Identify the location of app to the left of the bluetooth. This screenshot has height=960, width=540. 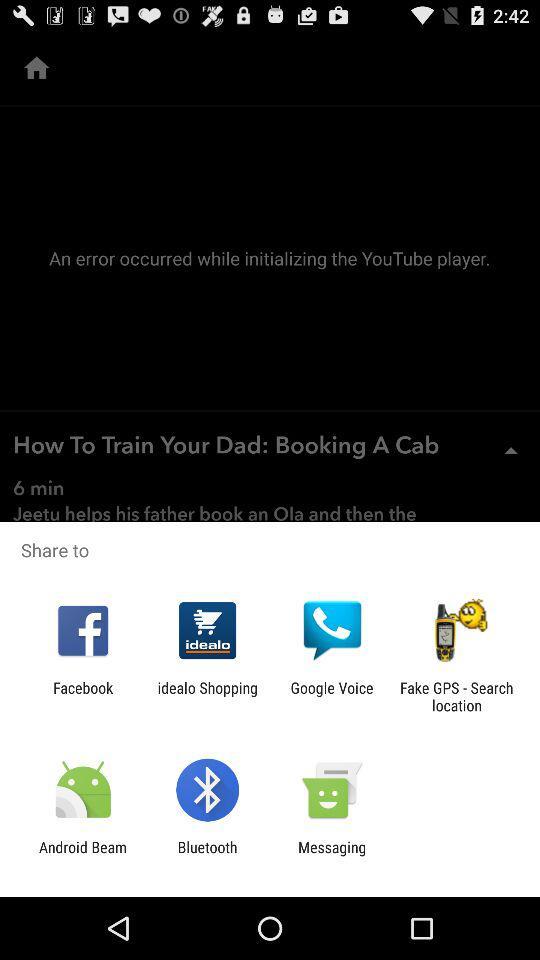
(82, 855).